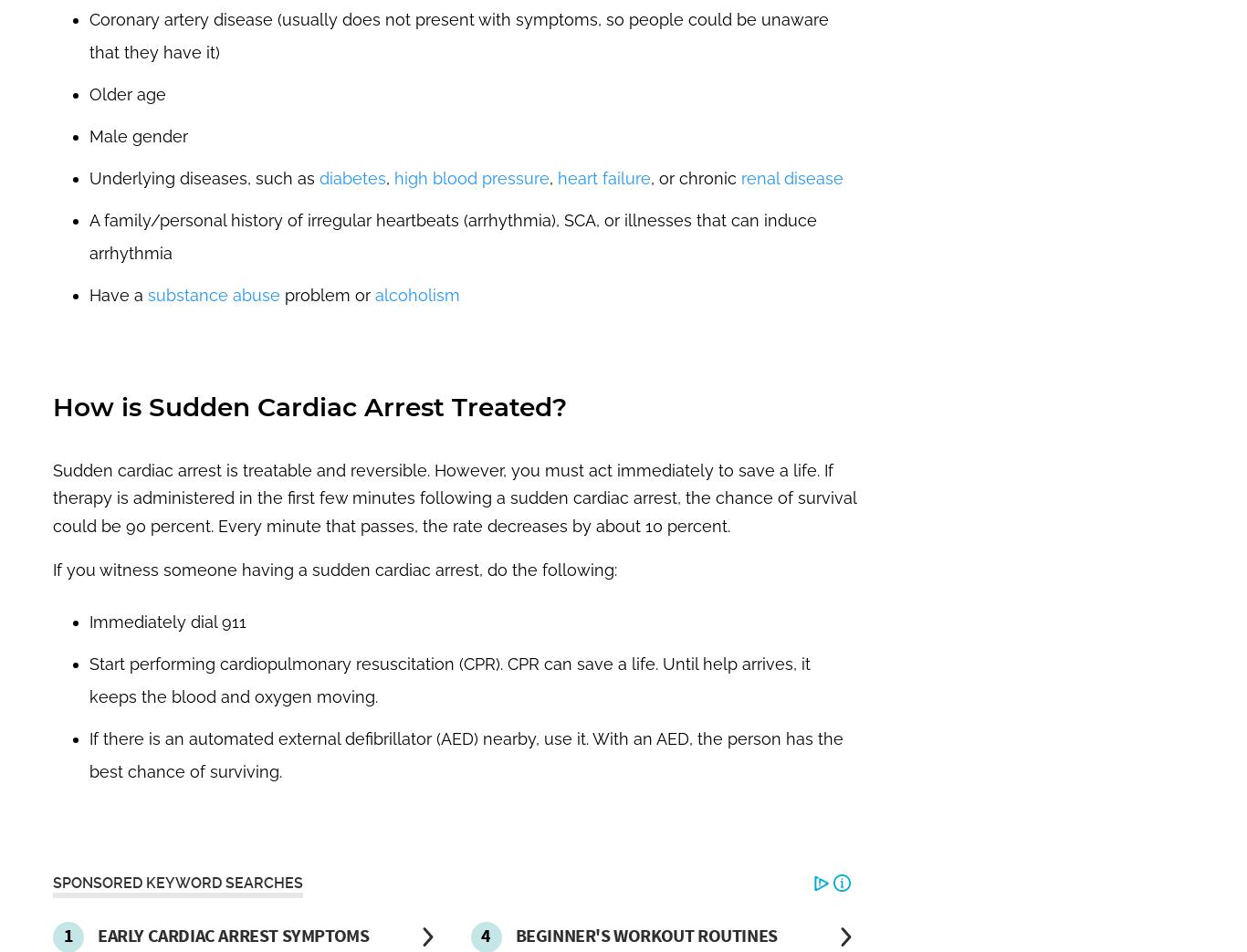 Image resolution: width=1247 pixels, height=952 pixels. What do you see at coordinates (89, 176) in the screenshot?
I see `'Underlying diseases, such as'` at bounding box center [89, 176].